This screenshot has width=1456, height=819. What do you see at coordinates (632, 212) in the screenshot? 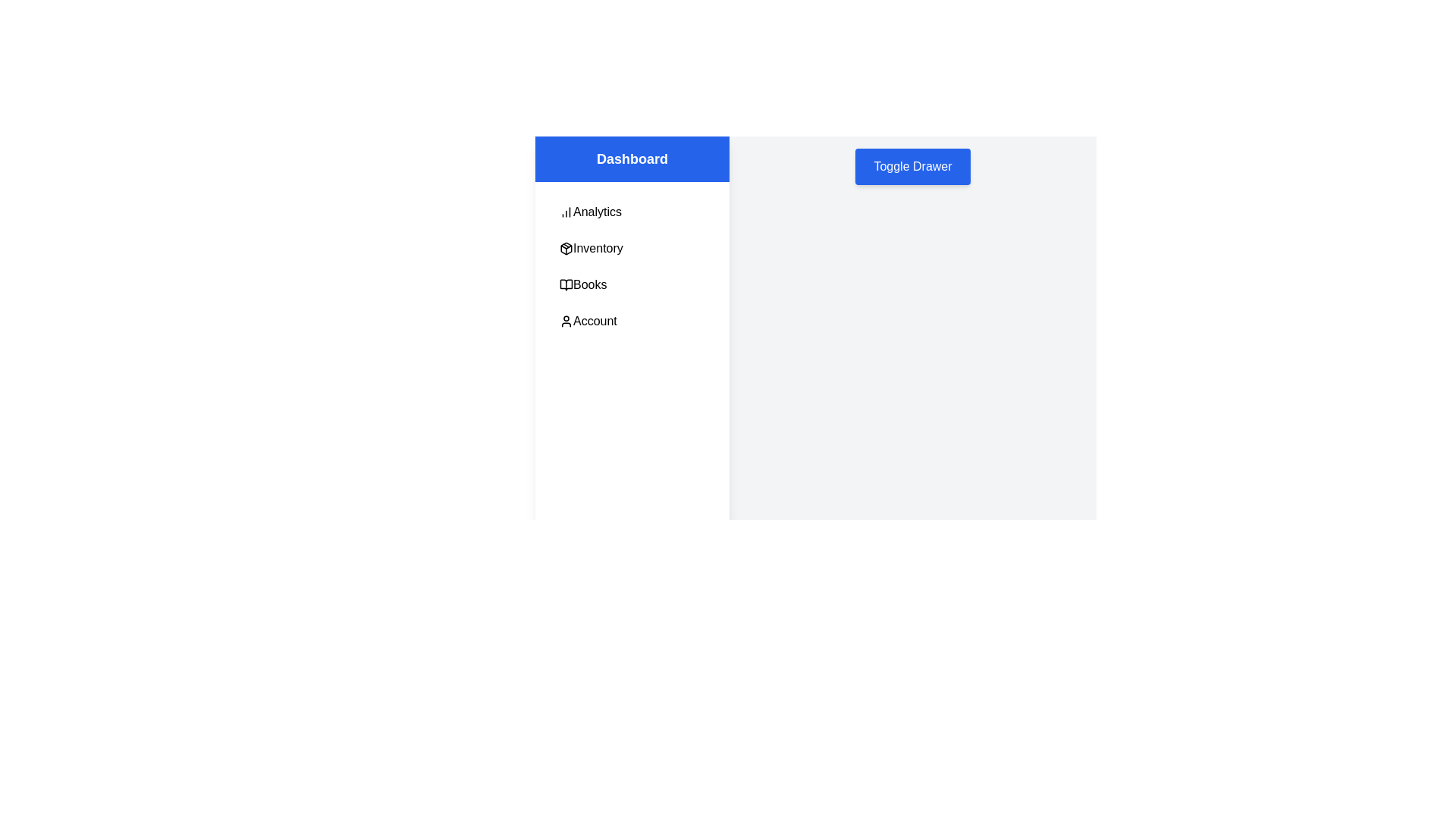
I see `the menu item Analytics to observe the hover effect` at bounding box center [632, 212].